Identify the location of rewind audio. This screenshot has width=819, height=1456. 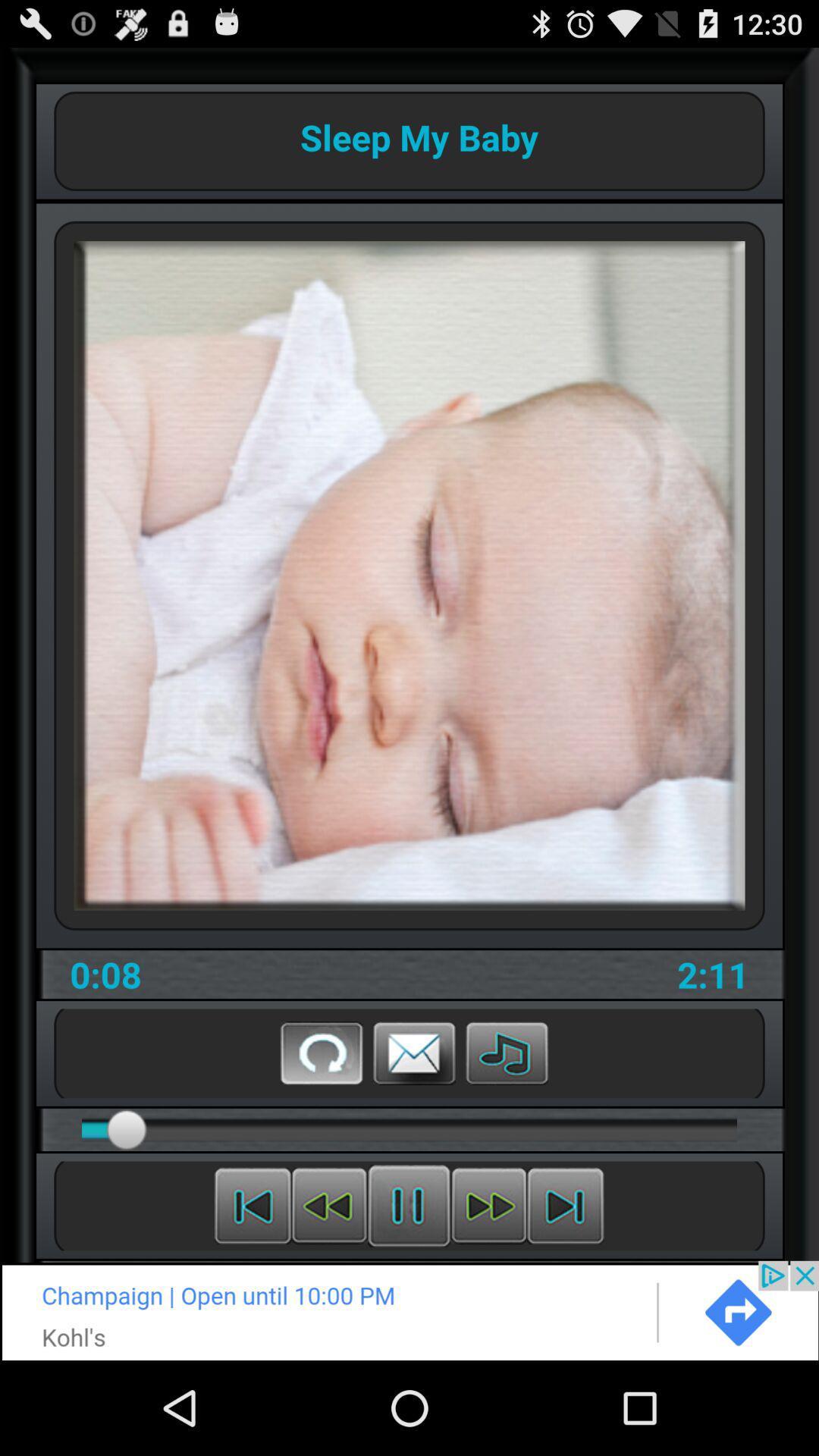
(328, 1205).